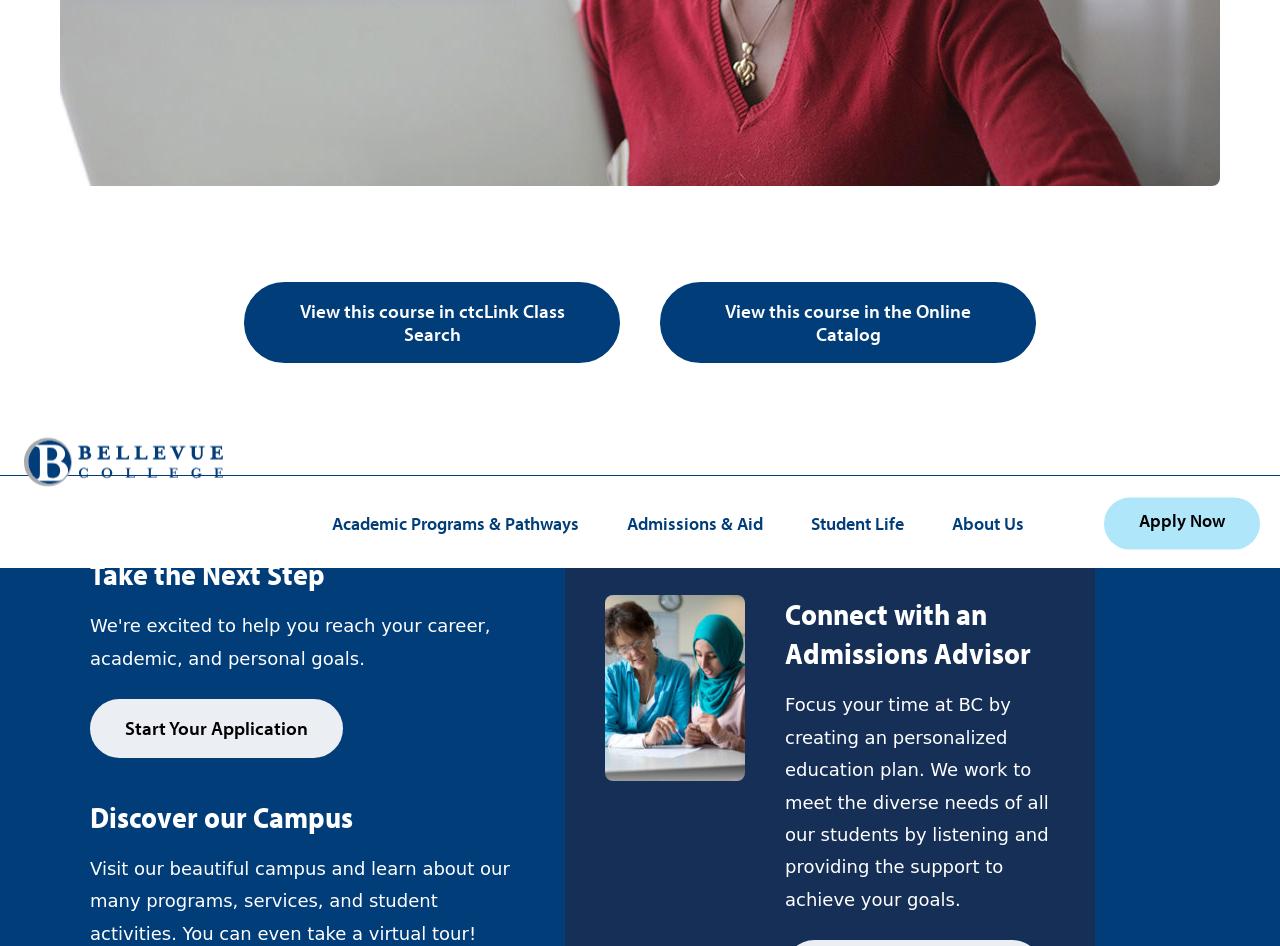 The image size is (1280, 946). I want to click on 'Bellevue College', so click(567, 145).